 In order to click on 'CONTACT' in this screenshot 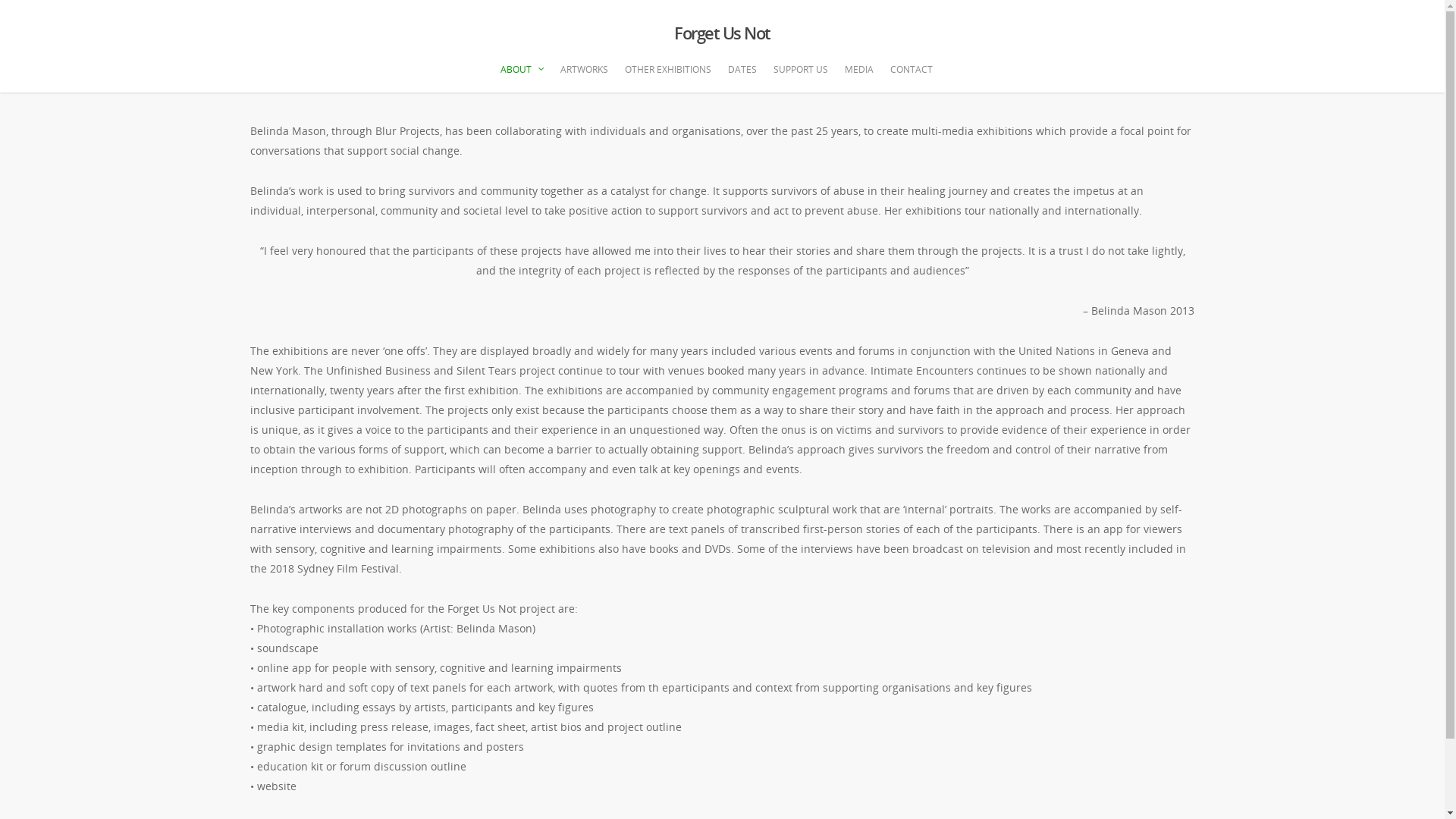, I will do `click(910, 77)`.